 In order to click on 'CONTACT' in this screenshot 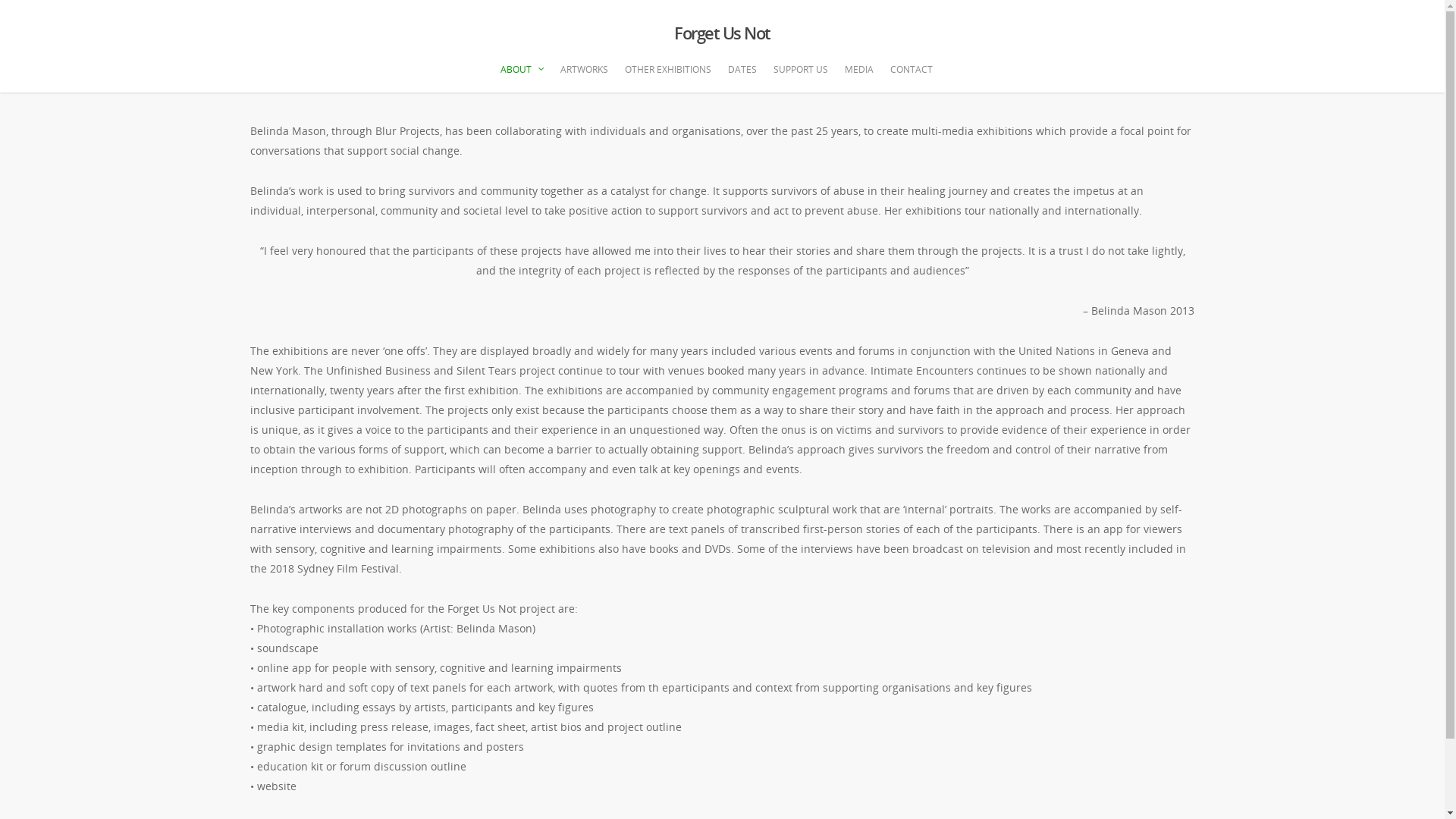, I will do `click(910, 77)`.